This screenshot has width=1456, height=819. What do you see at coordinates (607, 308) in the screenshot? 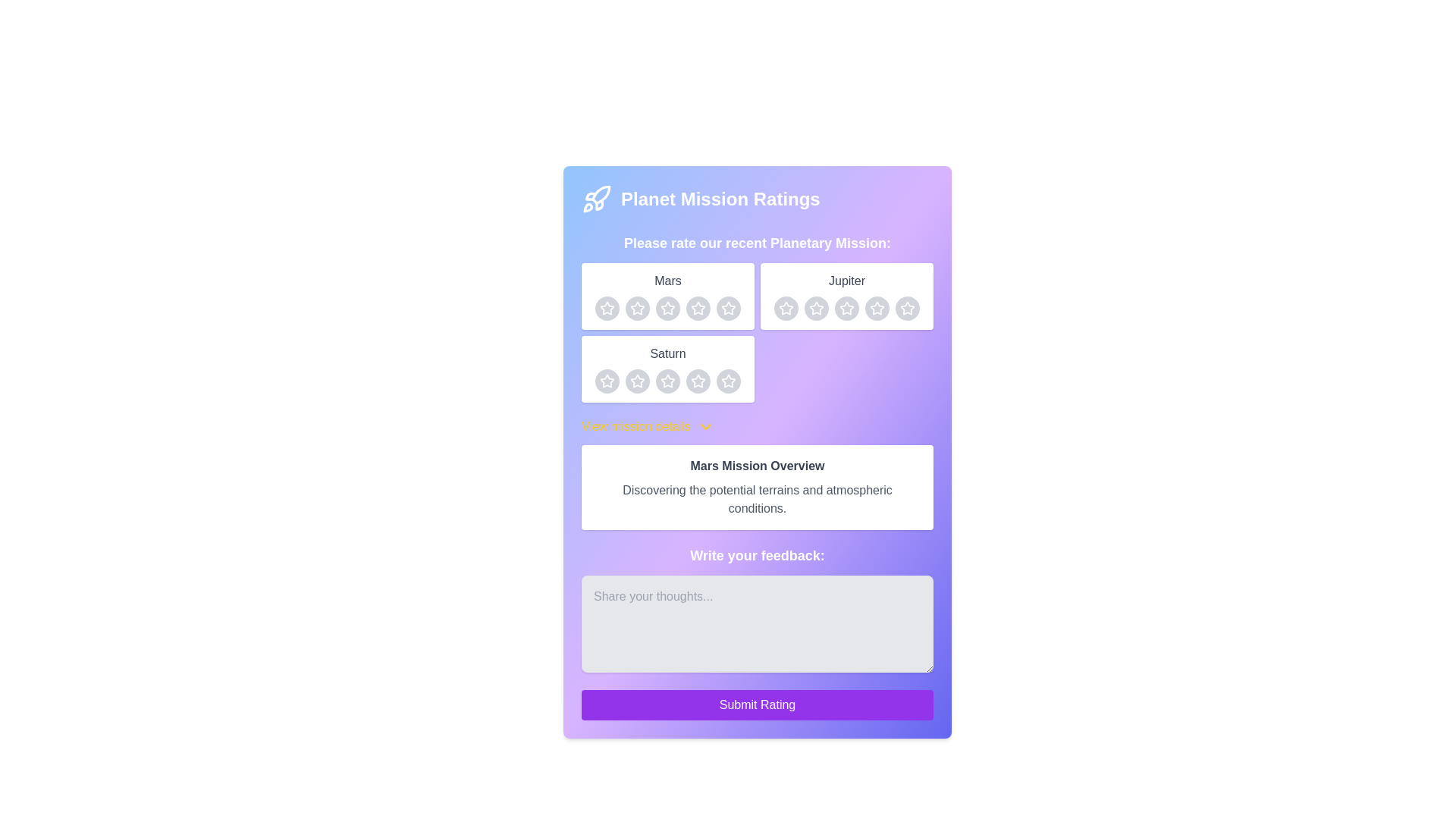
I see `the first star icon for rating associated with 'Mars'` at bounding box center [607, 308].